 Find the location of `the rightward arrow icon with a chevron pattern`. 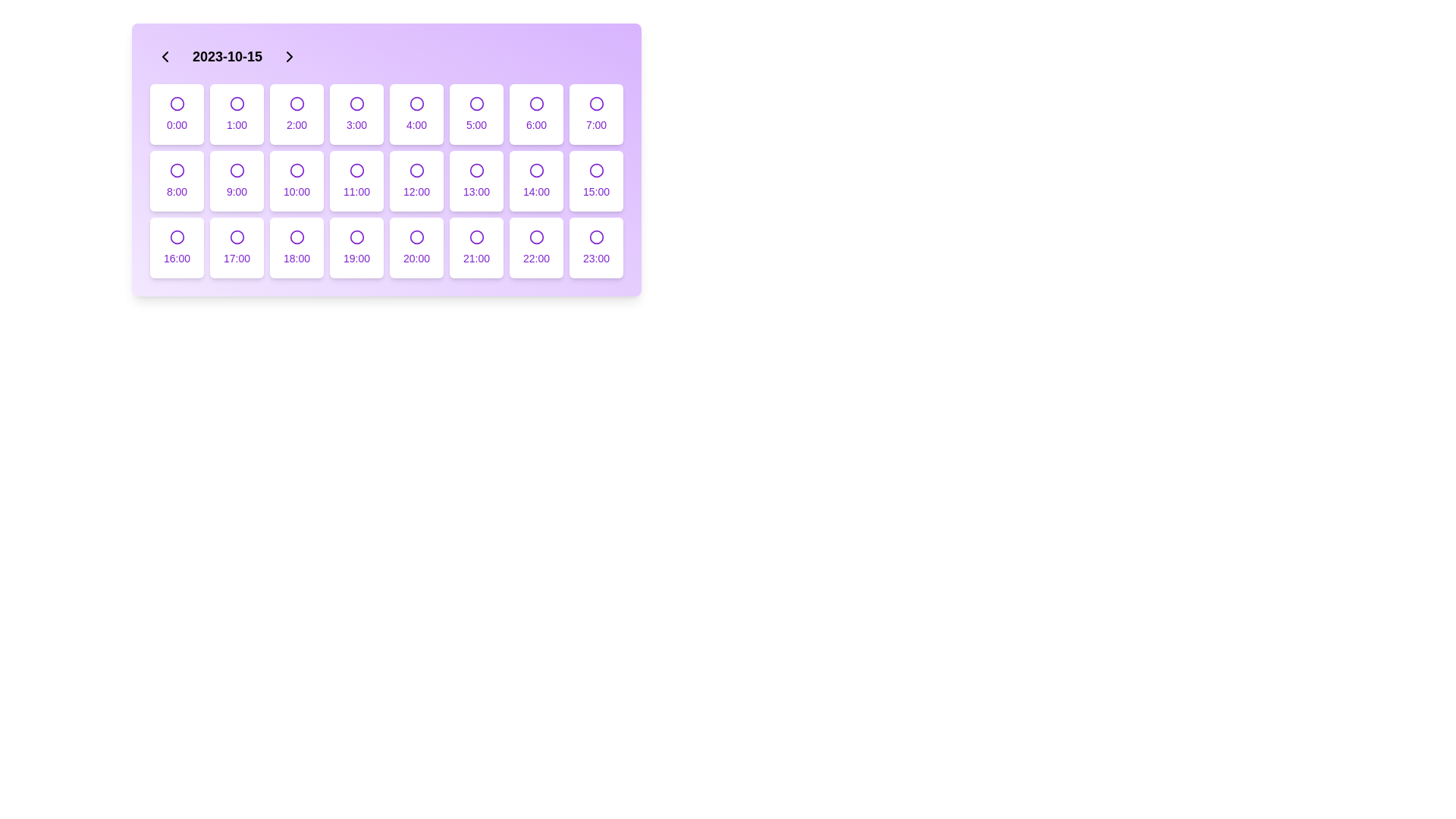

the rightward arrow icon with a chevron pattern is located at coordinates (290, 55).